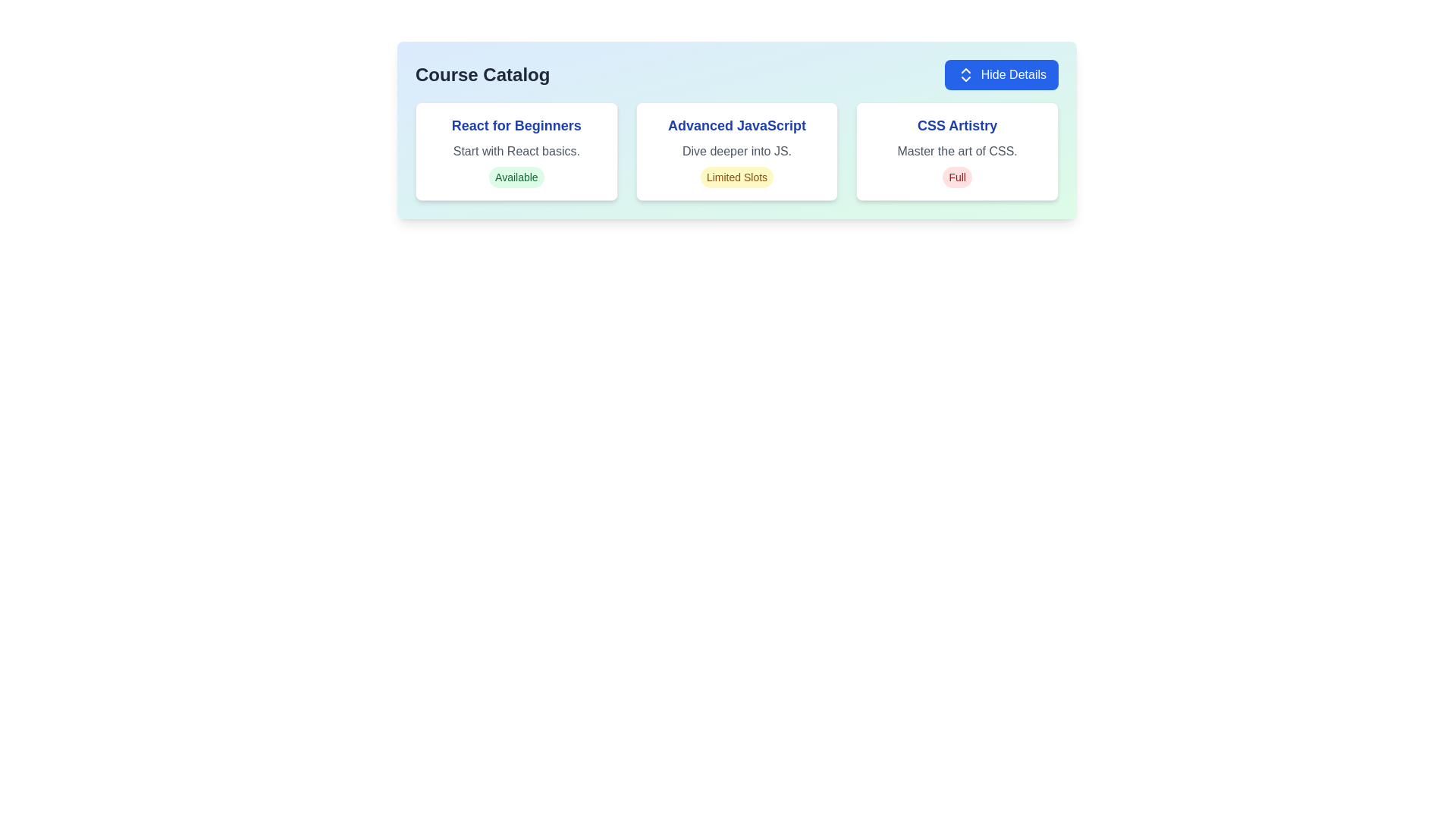  Describe the element at coordinates (482, 75) in the screenshot. I see `the Text Label that indicates the content or theme of the interface related to course offerings, positioned at the top of the visible area and to the left of the 'Hide Details' button` at that location.